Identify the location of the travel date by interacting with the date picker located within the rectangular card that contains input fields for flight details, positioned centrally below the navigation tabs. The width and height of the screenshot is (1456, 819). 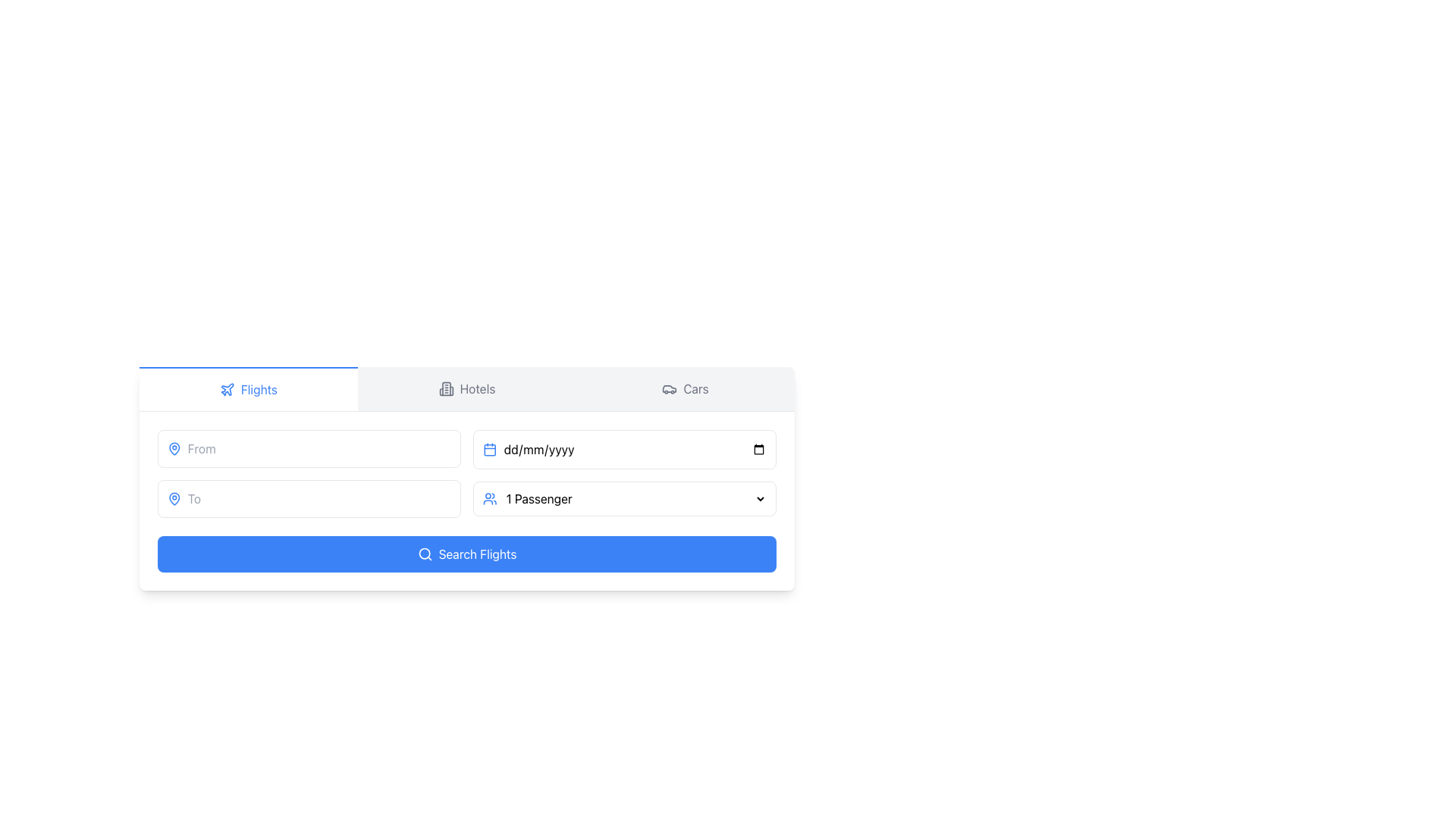
(466, 479).